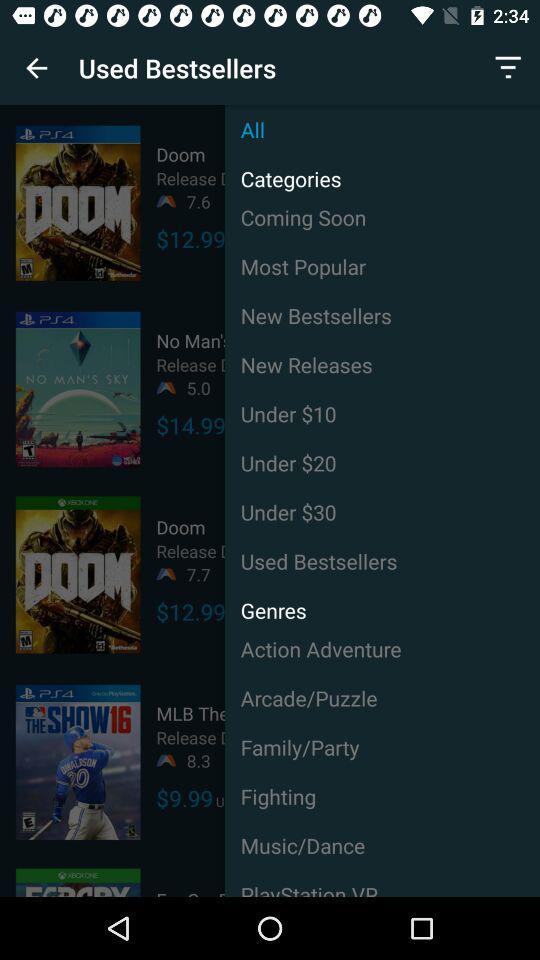 This screenshot has width=540, height=960. Describe the element at coordinates (382, 796) in the screenshot. I see `item next to $9.99` at that location.